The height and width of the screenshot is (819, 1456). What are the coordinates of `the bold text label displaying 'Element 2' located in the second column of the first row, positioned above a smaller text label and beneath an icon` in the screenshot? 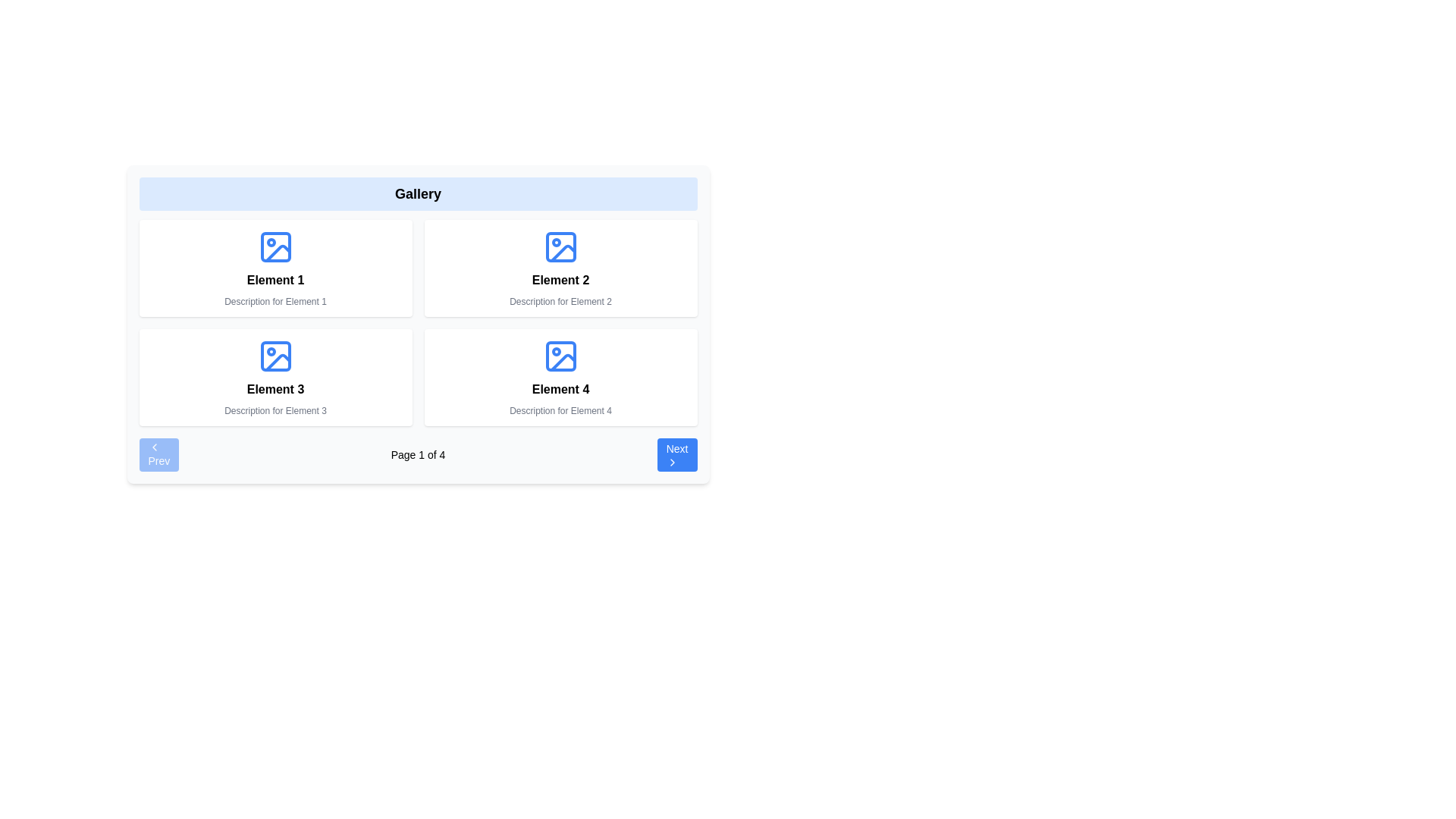 It's located at (560, 281).